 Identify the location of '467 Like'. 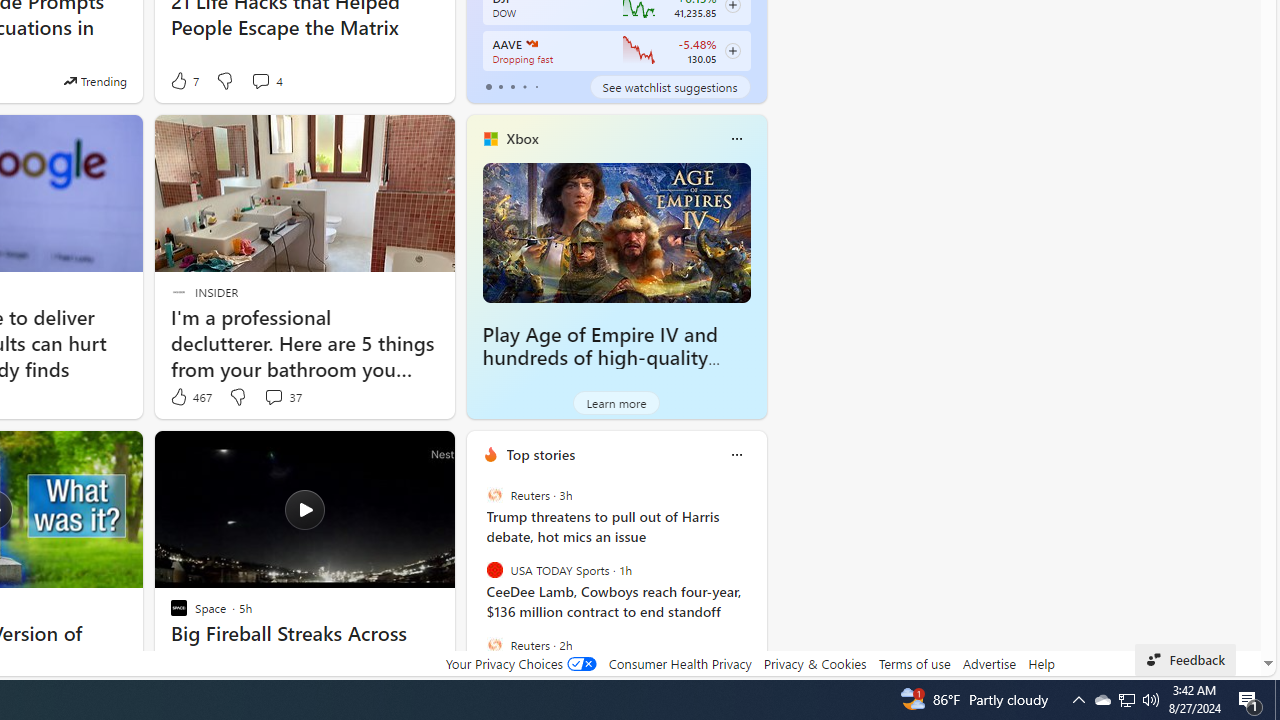
(190, 397).